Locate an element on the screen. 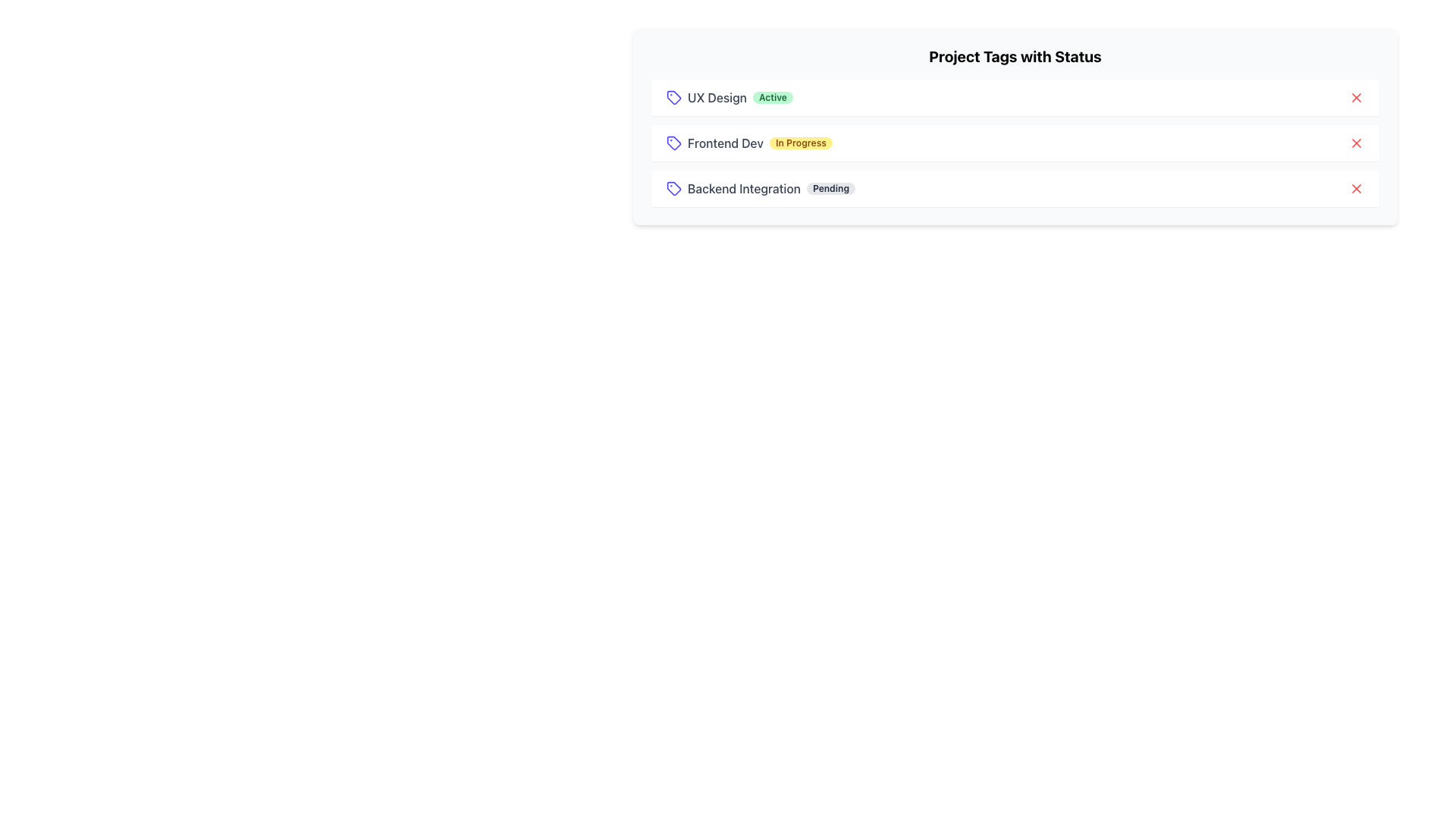 This screenshot has height=819, width=1456. the label element that indicates the name or title of the task or project, which is the second item in the 'Project Tags with Status' list, positioned between an icon and the status label 'In Progress' is located at coordinates (724, 143).